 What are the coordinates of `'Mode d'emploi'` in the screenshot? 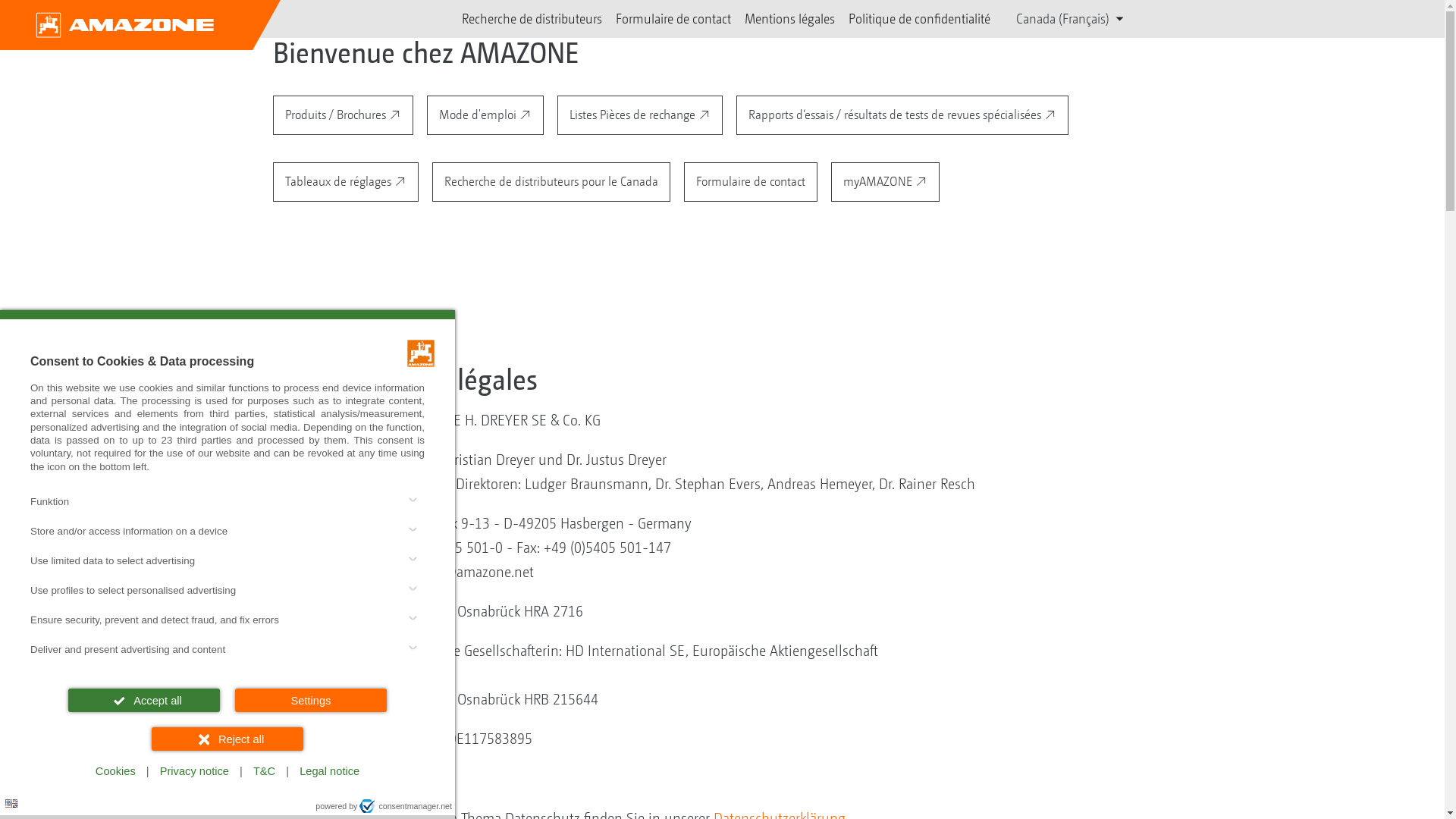 It's located at (484, 114).